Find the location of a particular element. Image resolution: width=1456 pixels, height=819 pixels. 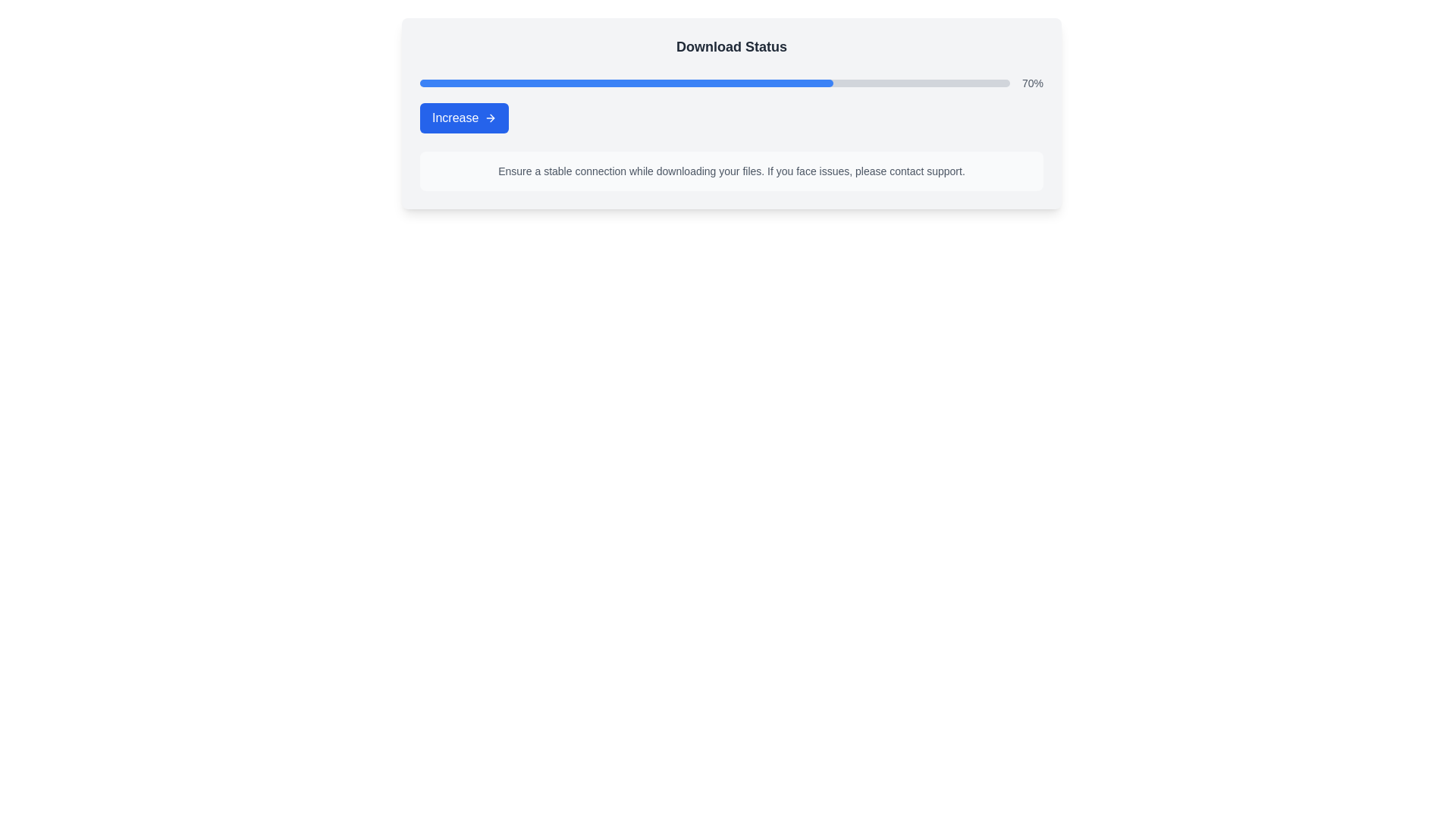

the progress bar indicating '70%' in the 'Download Status' section to observe details is located at coordinates (731, 83).